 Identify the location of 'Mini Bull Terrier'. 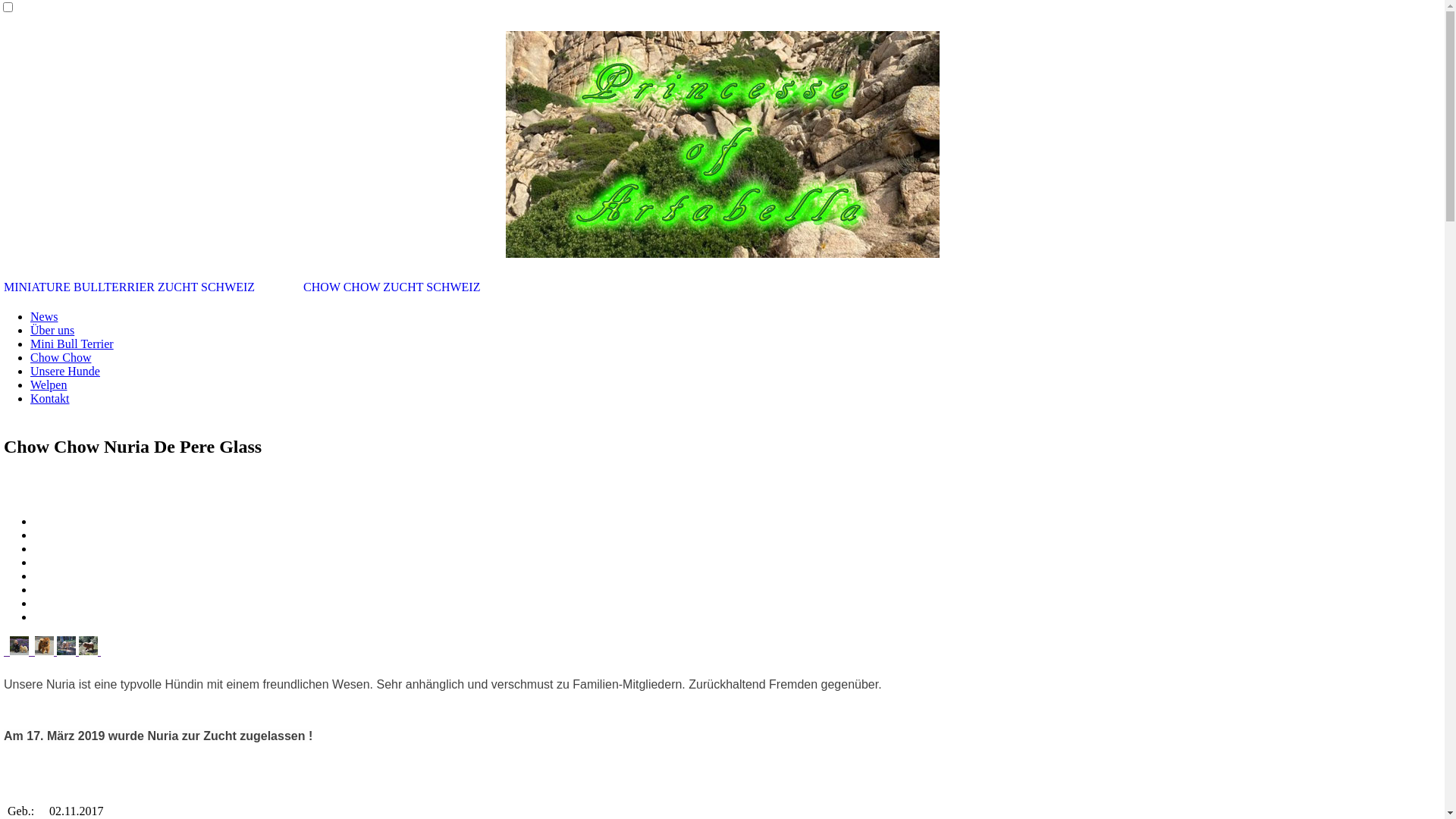
(71, 344).